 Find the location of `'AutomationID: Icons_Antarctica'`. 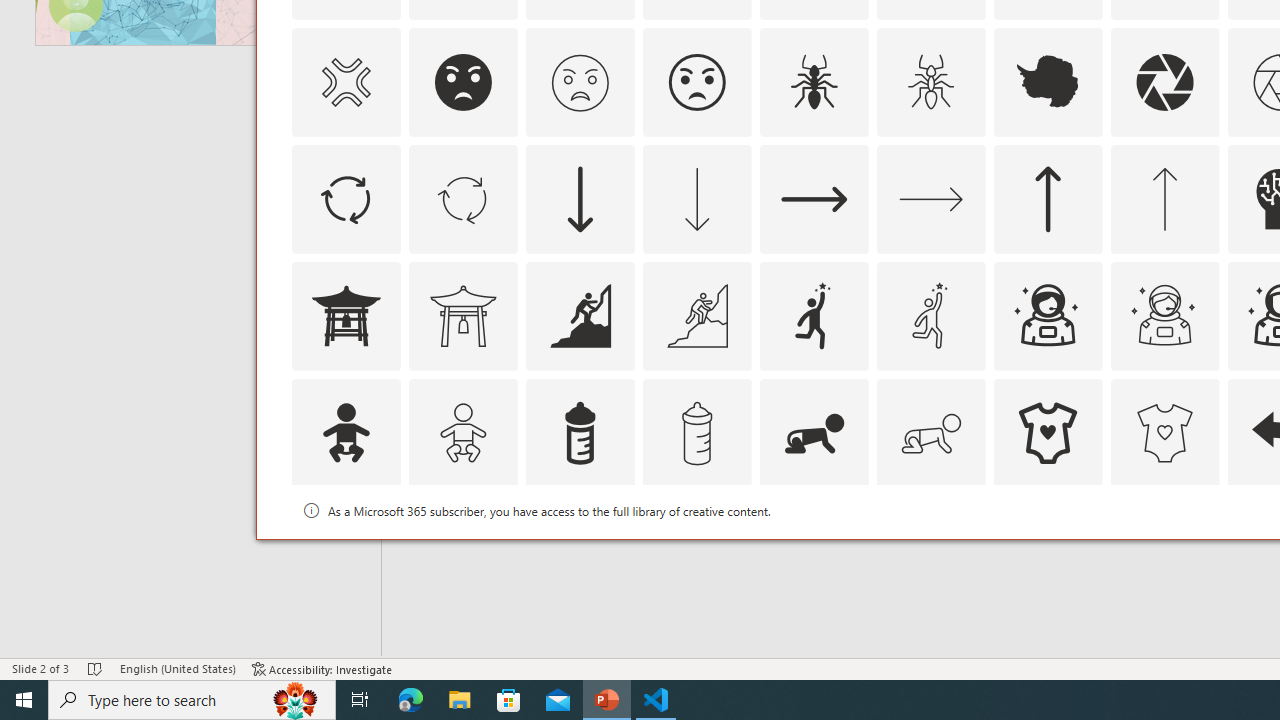

'AutomationID: Icons_Antarctica' is located at coordinates (1047, 81).